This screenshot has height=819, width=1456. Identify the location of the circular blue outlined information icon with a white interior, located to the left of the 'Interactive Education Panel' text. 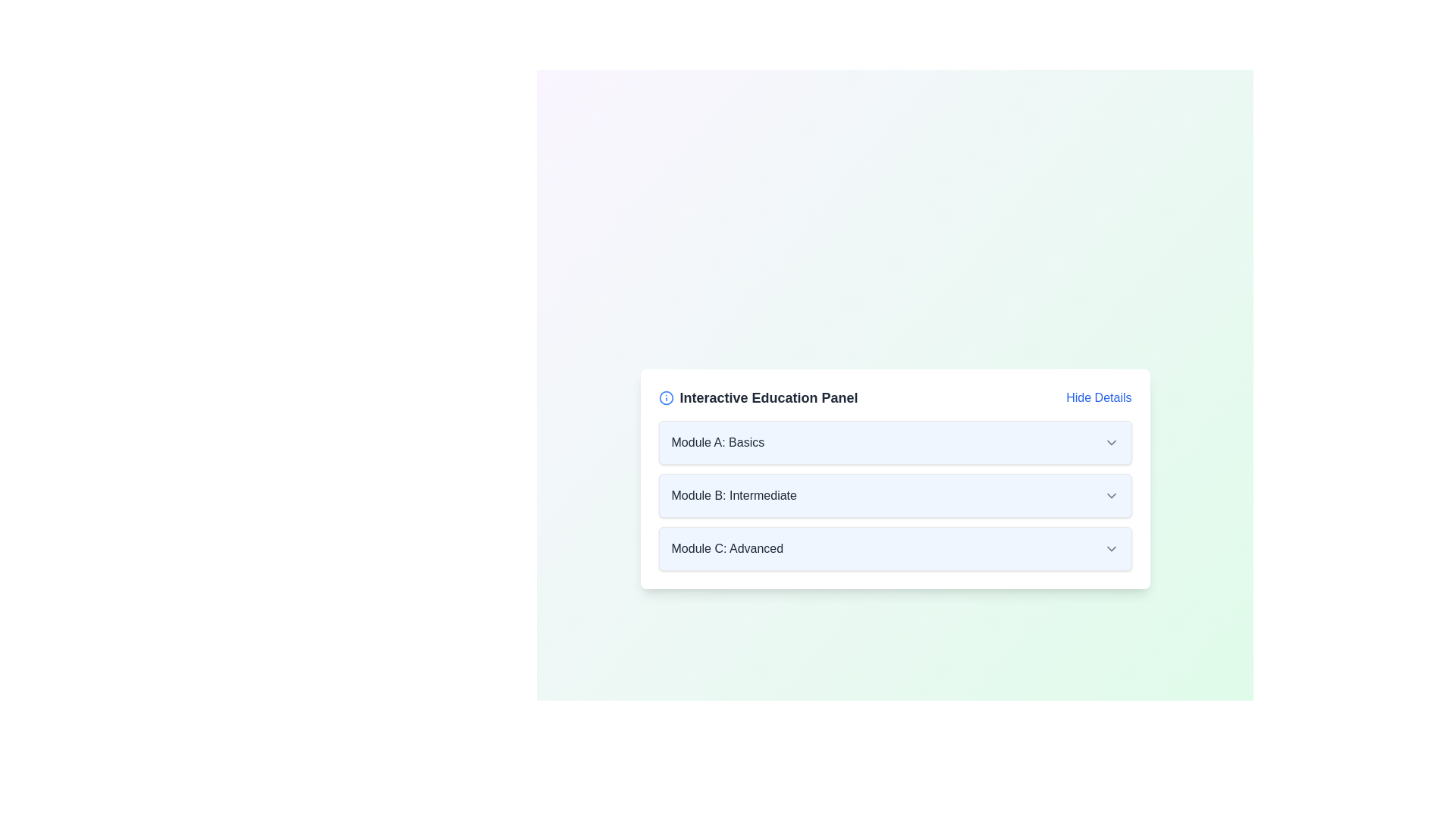
(666, 397).